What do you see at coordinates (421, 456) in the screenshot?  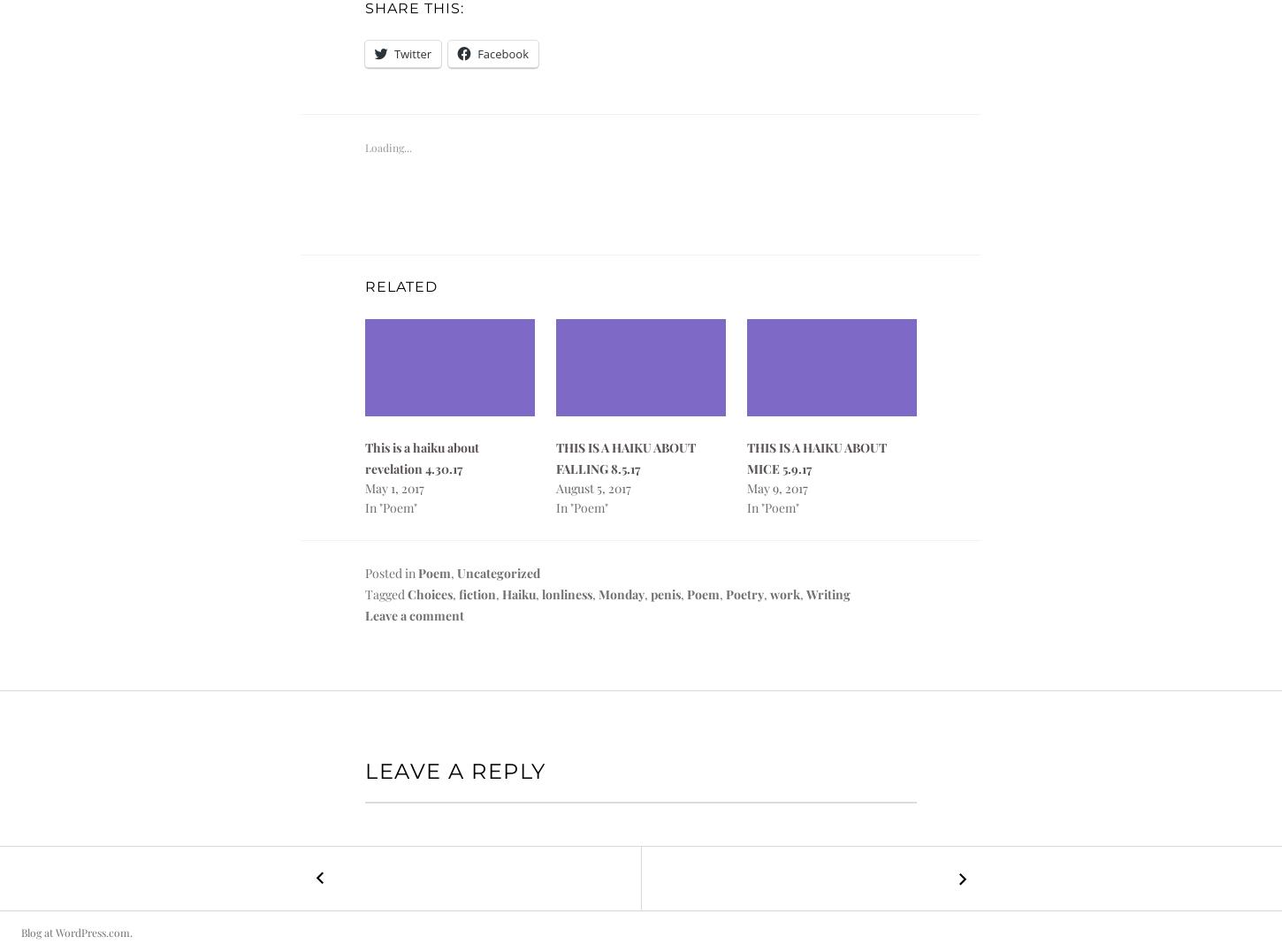 I see `'This is a haiku about revelation 4.30.17'` at bounding box center [421, 456].